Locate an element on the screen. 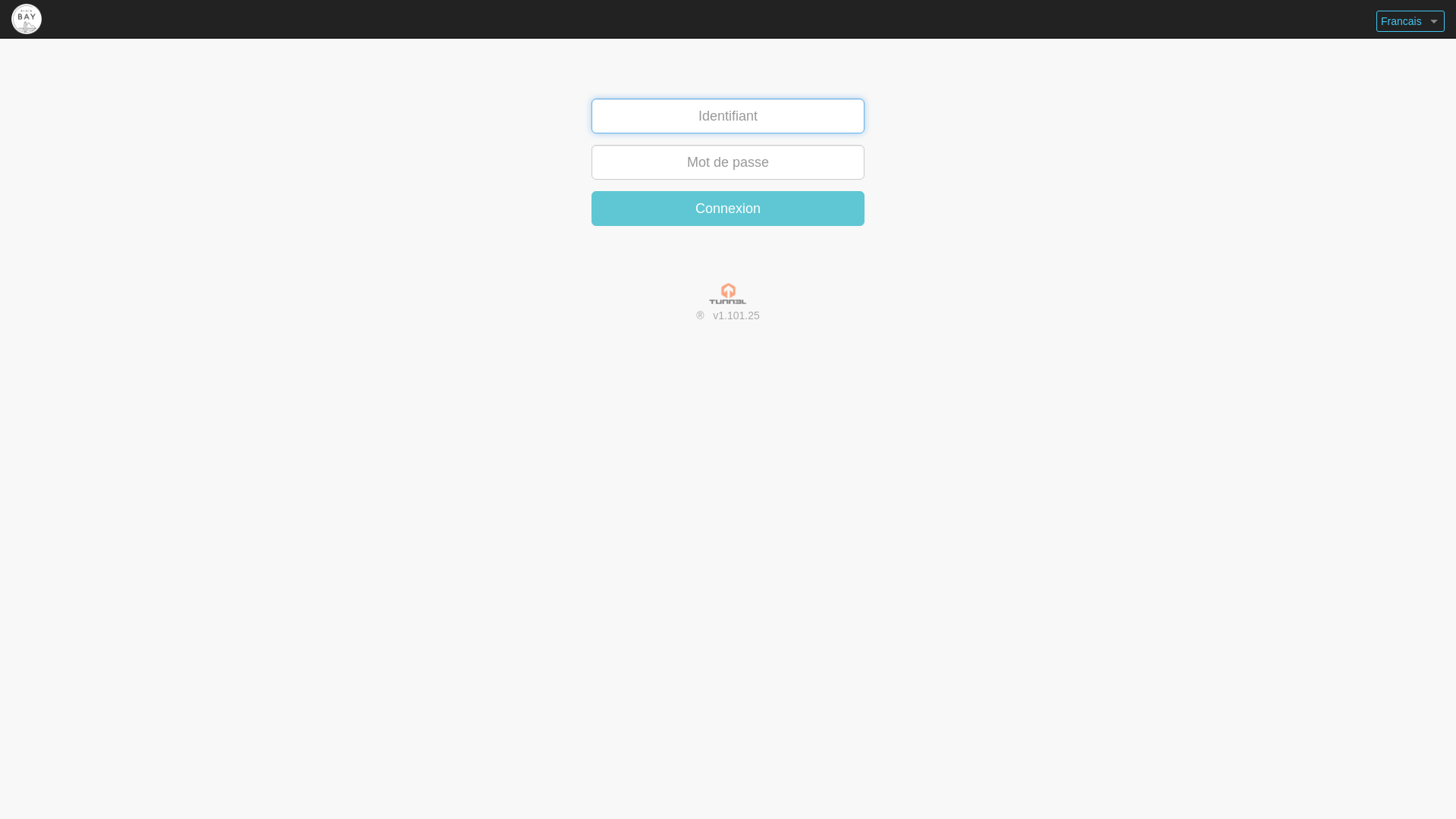 Image resolution: width=1456 pixels, height=819 pixels. 'Connexion' is located at coordinates (728, 208).